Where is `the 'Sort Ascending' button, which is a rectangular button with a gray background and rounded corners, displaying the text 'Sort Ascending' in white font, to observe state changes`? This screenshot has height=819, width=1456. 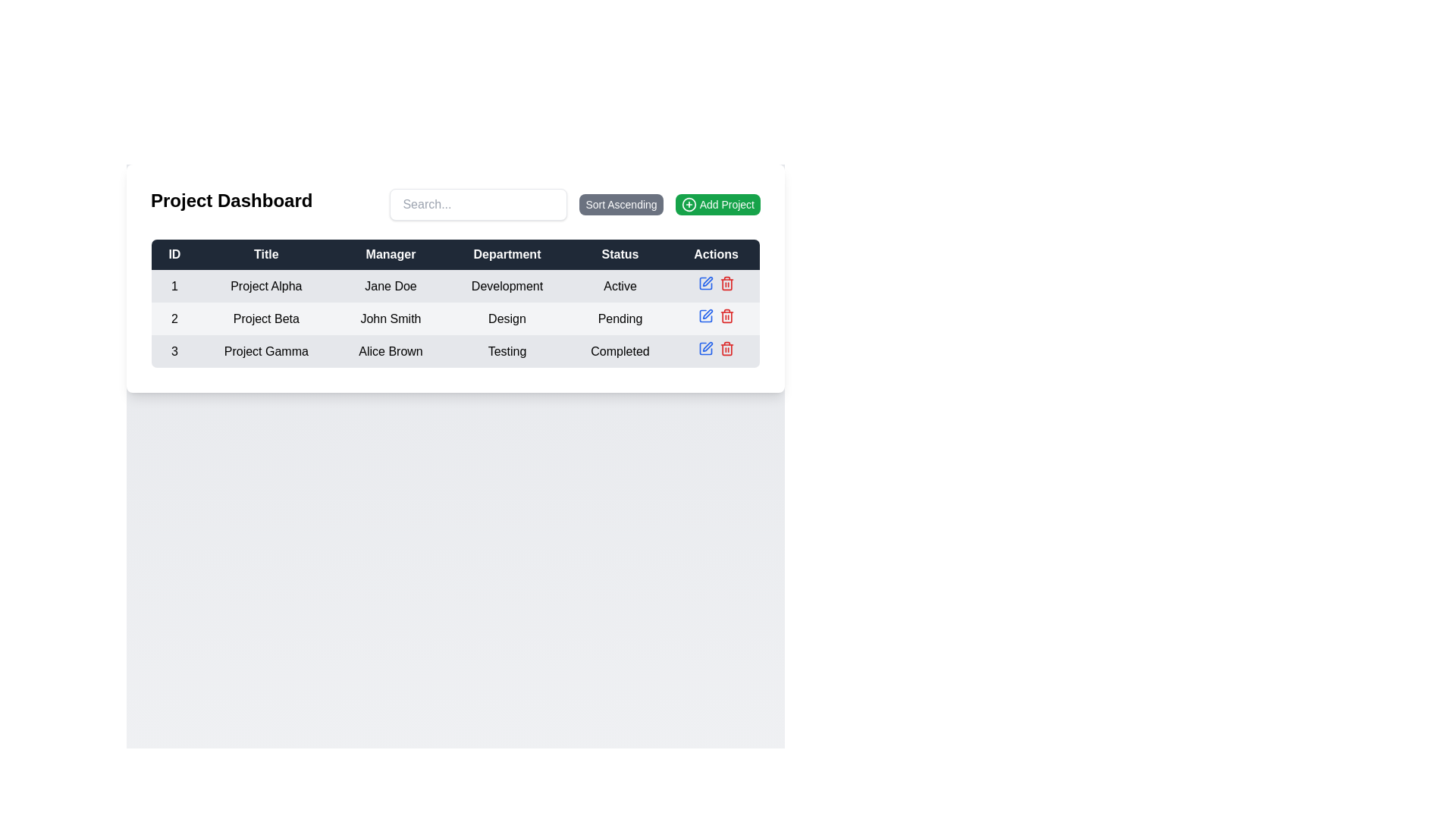
the 'Sort Ascending' button, which is a rectangular button with a gray background and rounded corners, displaying the text 'Sort Ascending' in white font, to observe state changes is located at coordinates (621, 205).